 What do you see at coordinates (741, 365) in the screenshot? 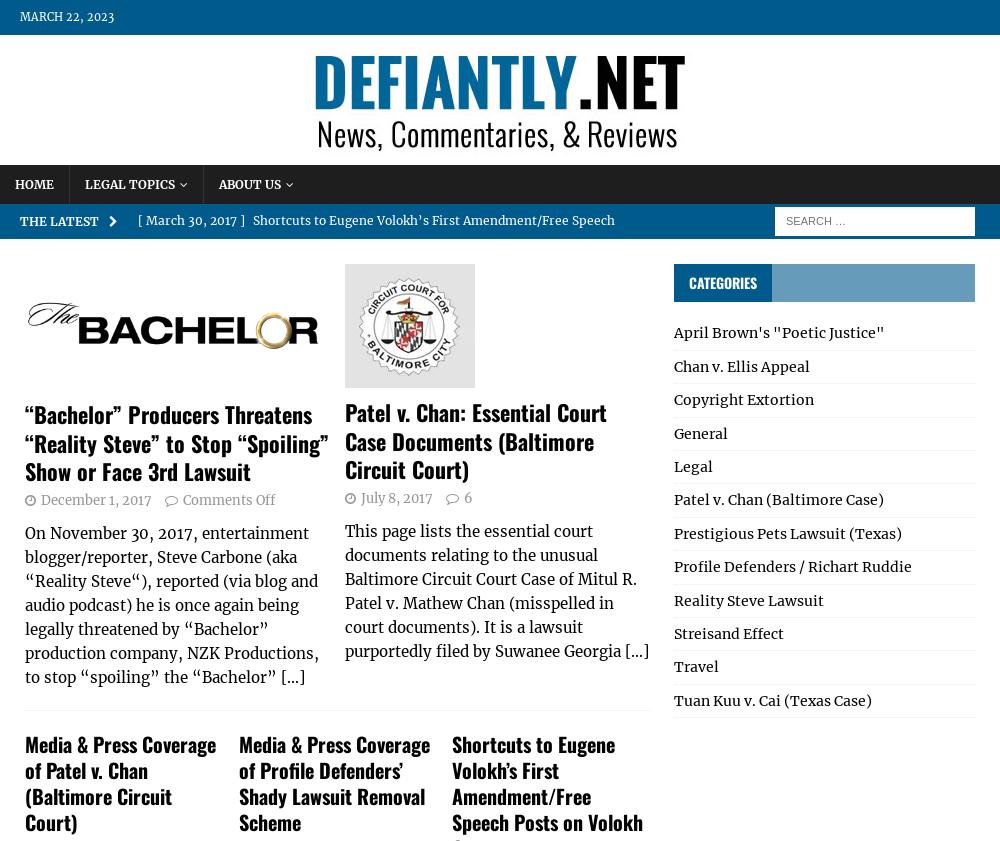
I see `'Chan v. Ellis Appeal'` at bounding box center [741, 365].